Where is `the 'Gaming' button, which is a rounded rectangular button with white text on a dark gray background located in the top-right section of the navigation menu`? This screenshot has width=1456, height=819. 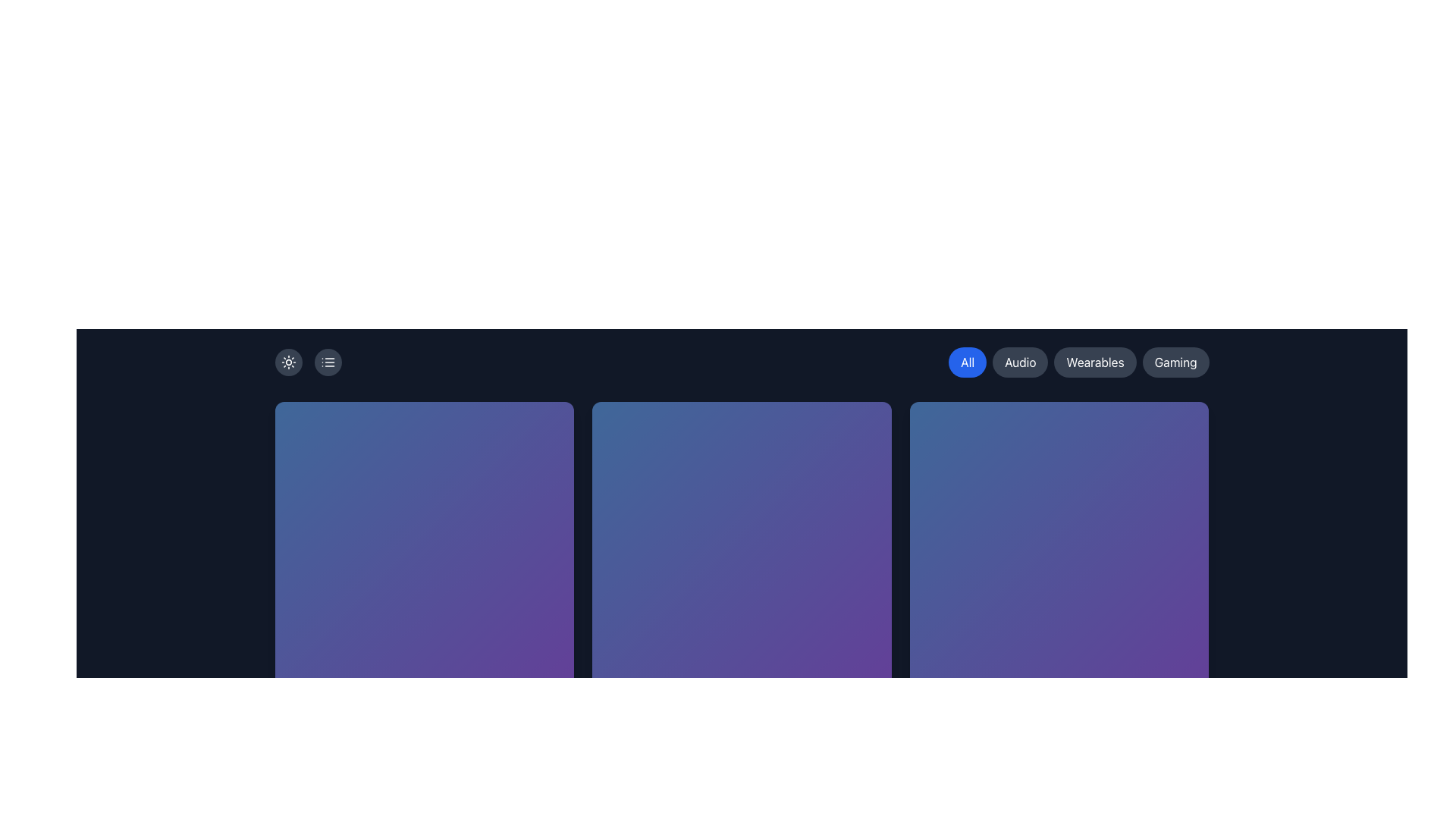
the 'Gaming' button, which is a rounded rectangular button with white text on a dark gray background located in the top-right section of the navigation menu is located at coordinates (1175, 362).